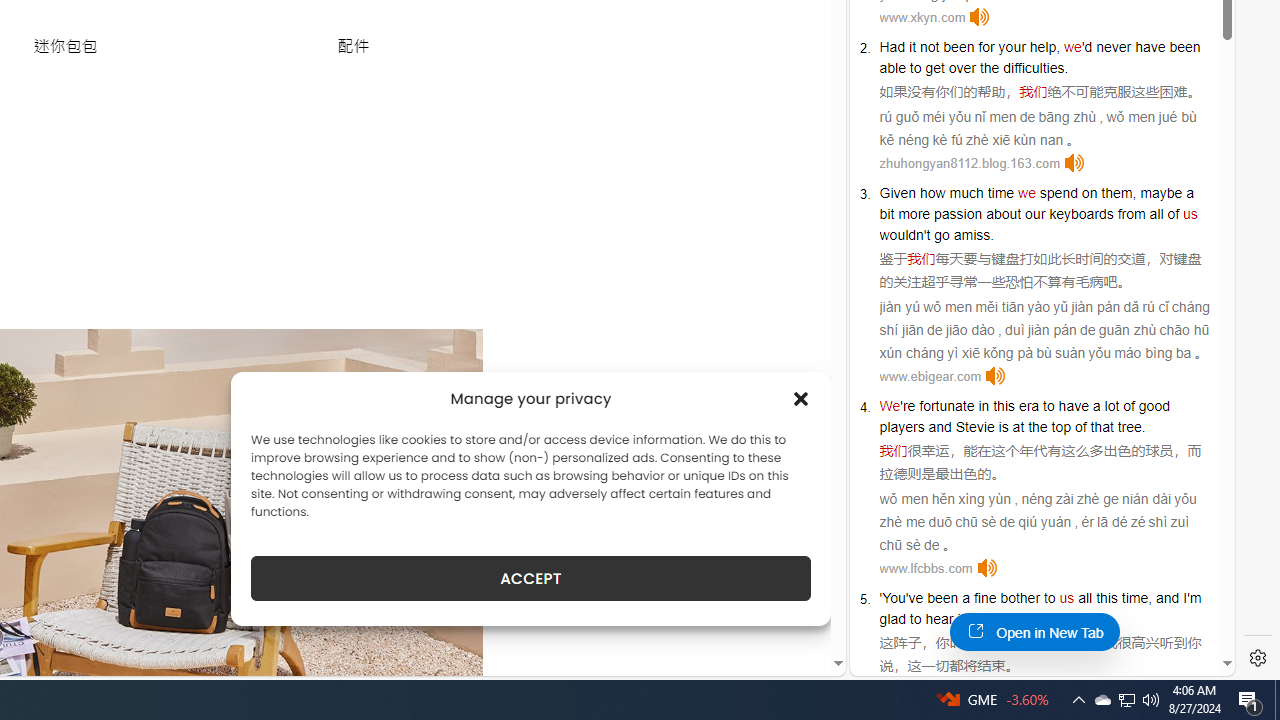  I want to click on 'spend', so click(1057, 192).